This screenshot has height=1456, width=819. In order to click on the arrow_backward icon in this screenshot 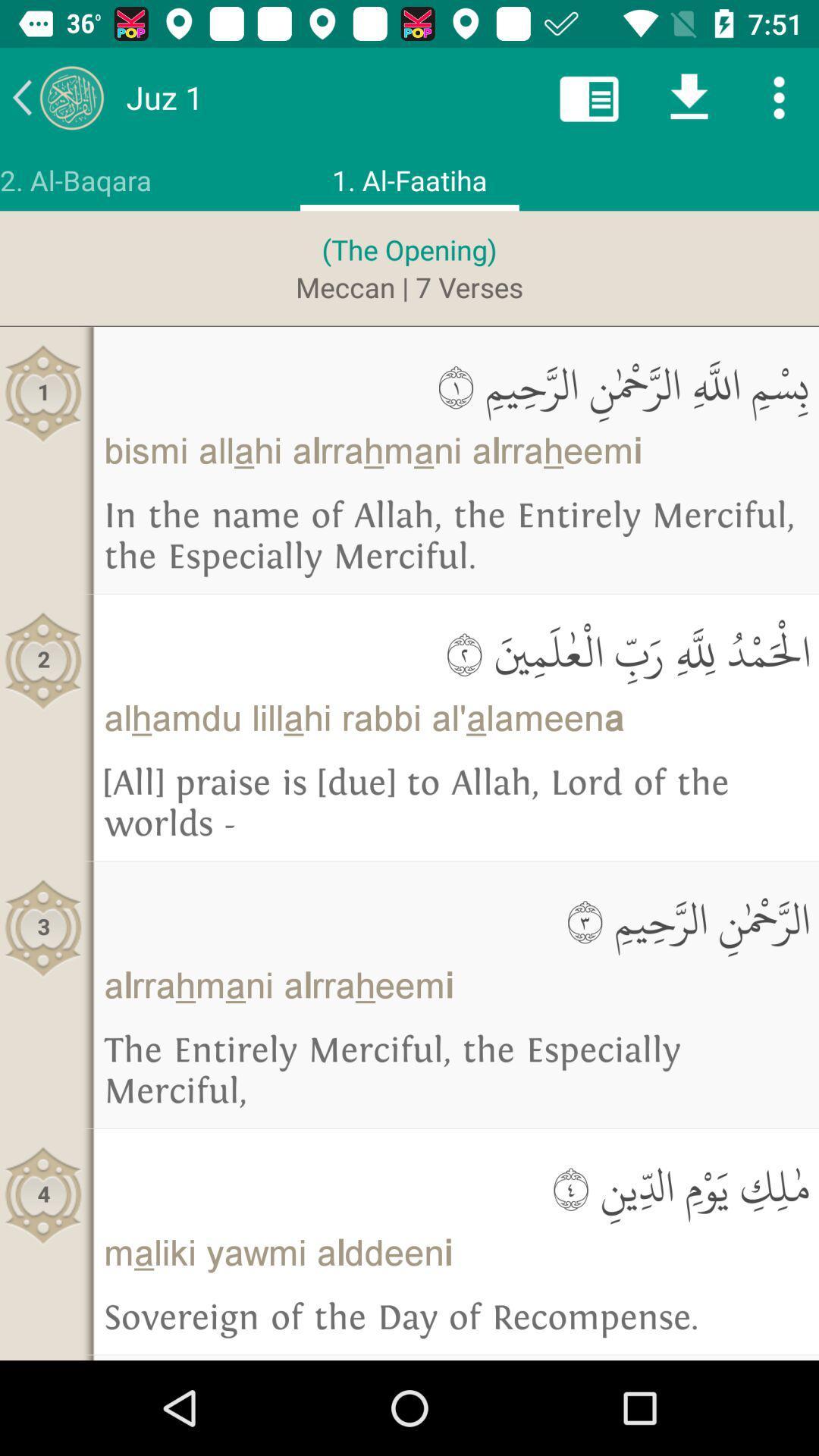, I will do `click(57, 96)`.